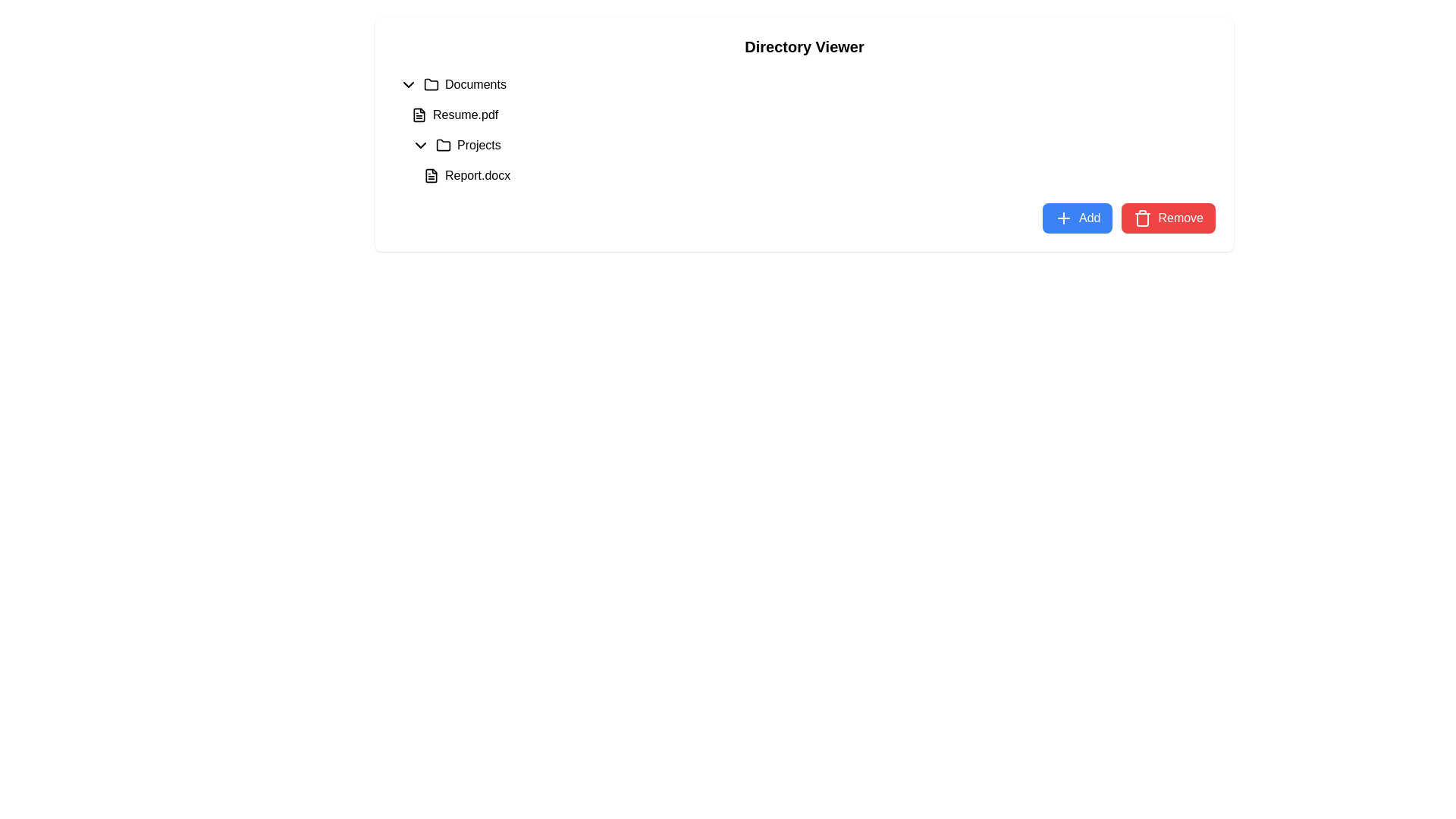 Image resolution: width=1456 pixels, height=819 pixels. What do you see at coordinates (431, 84) in the screenshot?
I see `the folder icon, which is a simple outline style icon positioned to the left of the 'Documents' label` at bounding box center [431, 84].